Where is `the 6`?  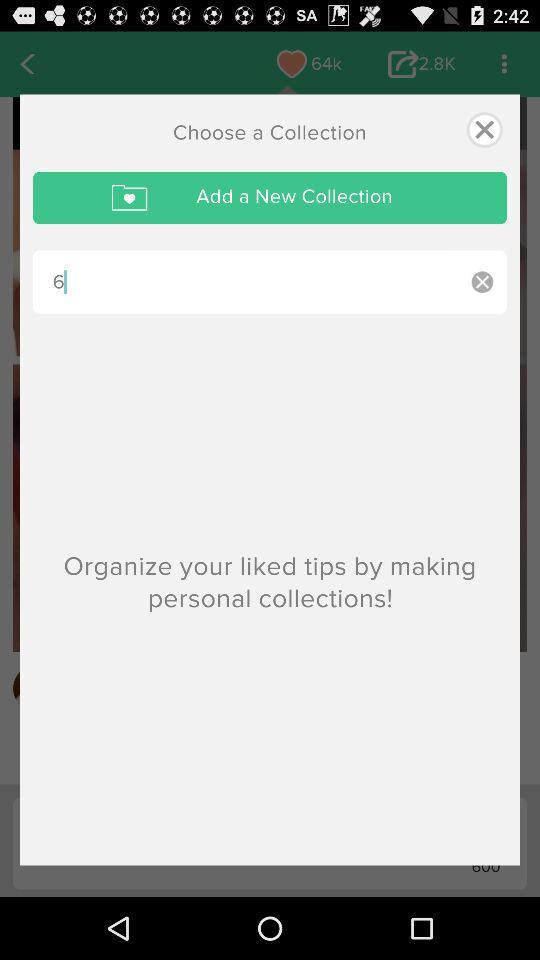 the 6 is located at coordinates (245, 281).